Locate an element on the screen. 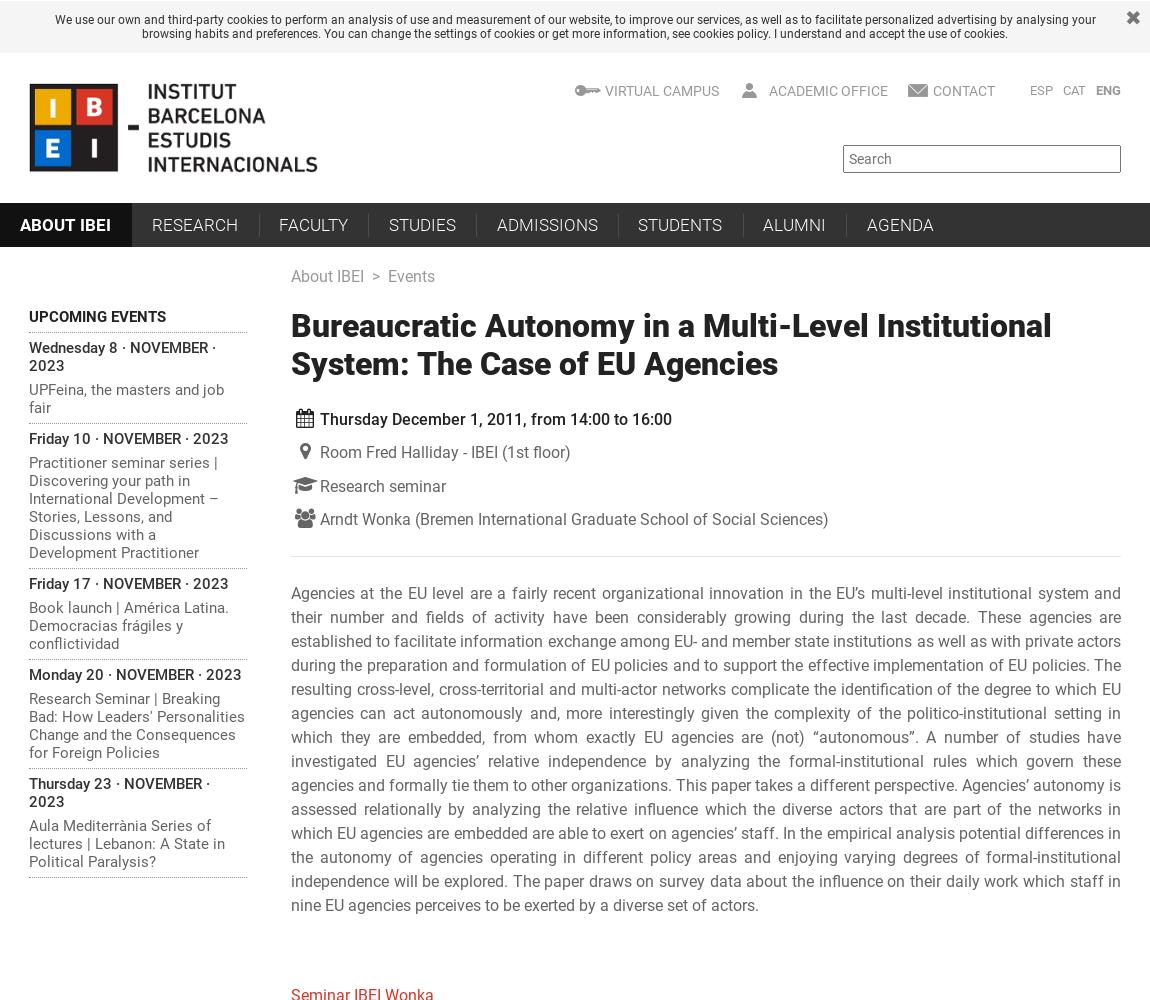 This screenshot has height=1000, width=1150. 'Agenda' is located at coordinates (899, 223).